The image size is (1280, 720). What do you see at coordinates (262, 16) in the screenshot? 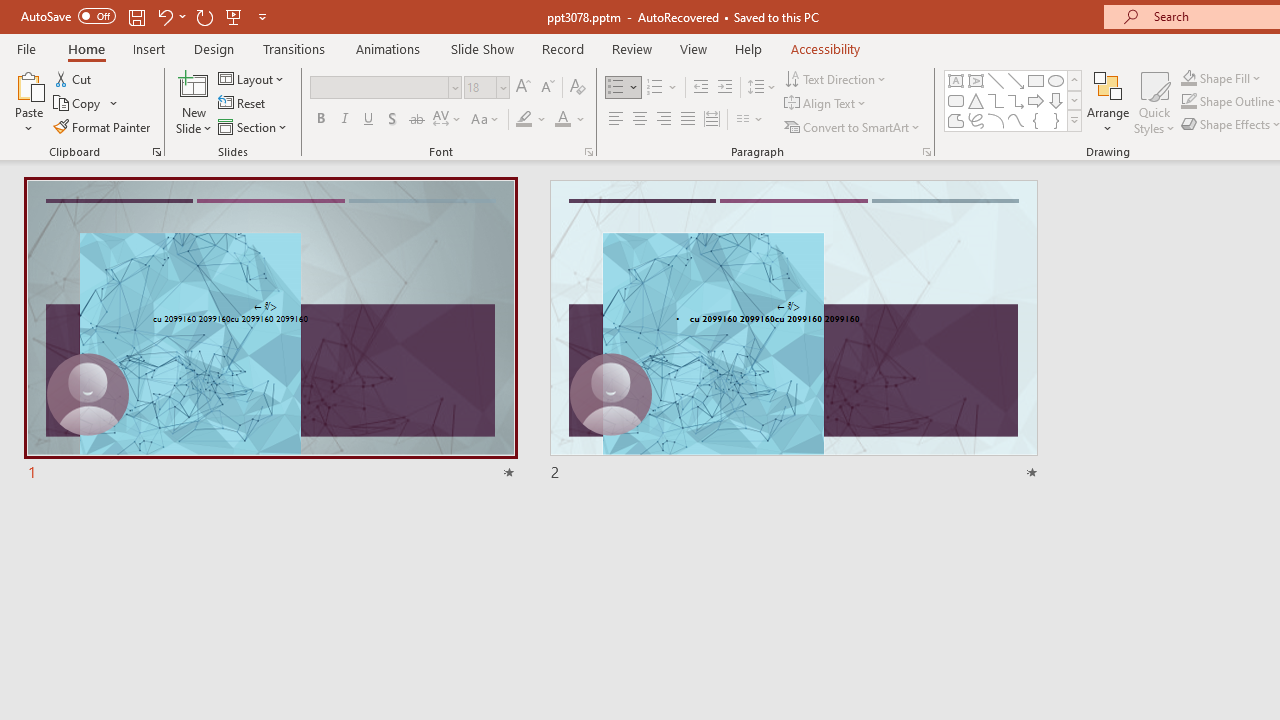
I see `'Customize Quick Access Toolbar'` at bounding box center [262, 16].